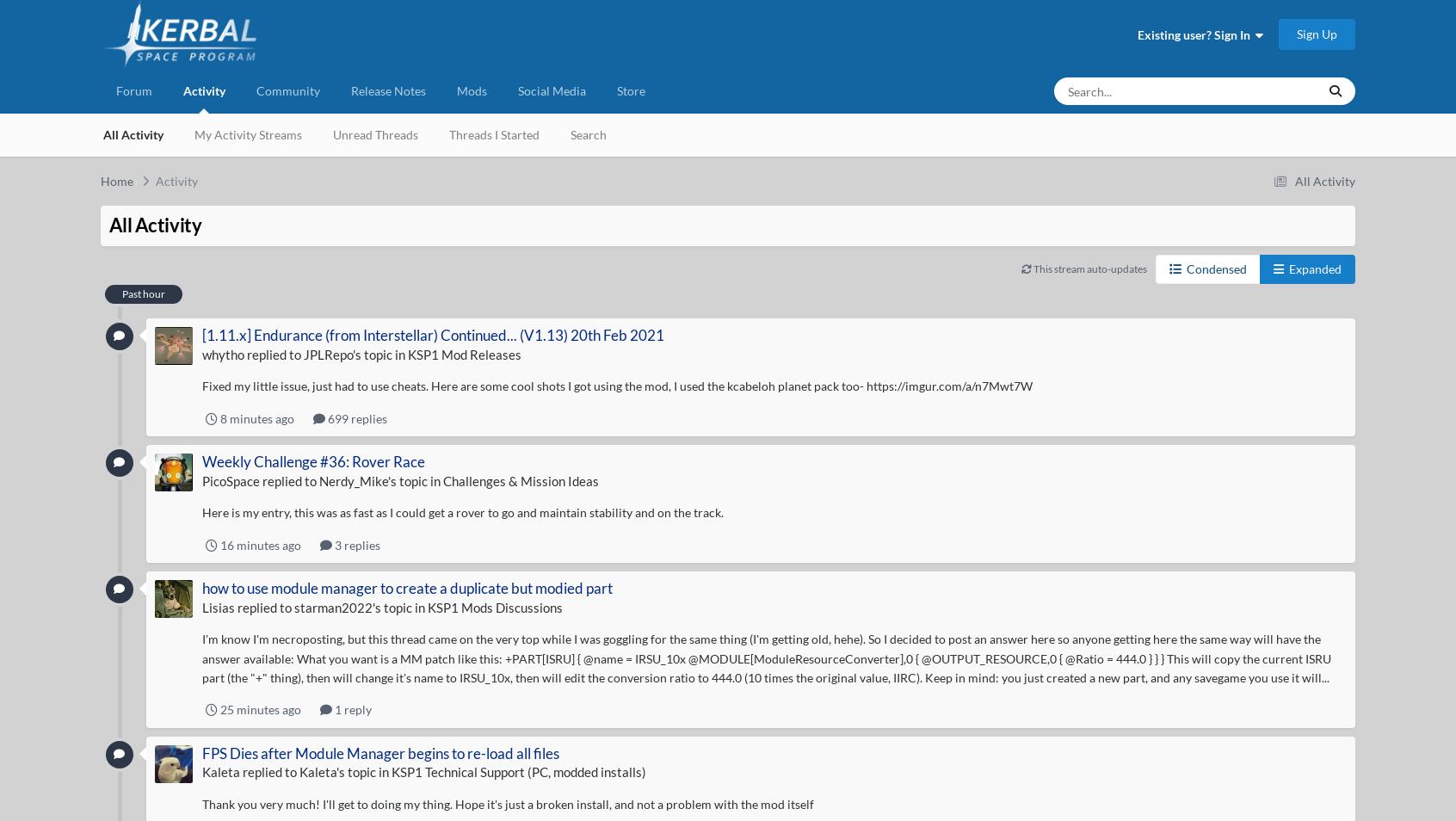 This screenshot has height=821, width=1456. Describe the element at coordinates (217, 606) in the screenshot. I see `'Lisias'` at that location.